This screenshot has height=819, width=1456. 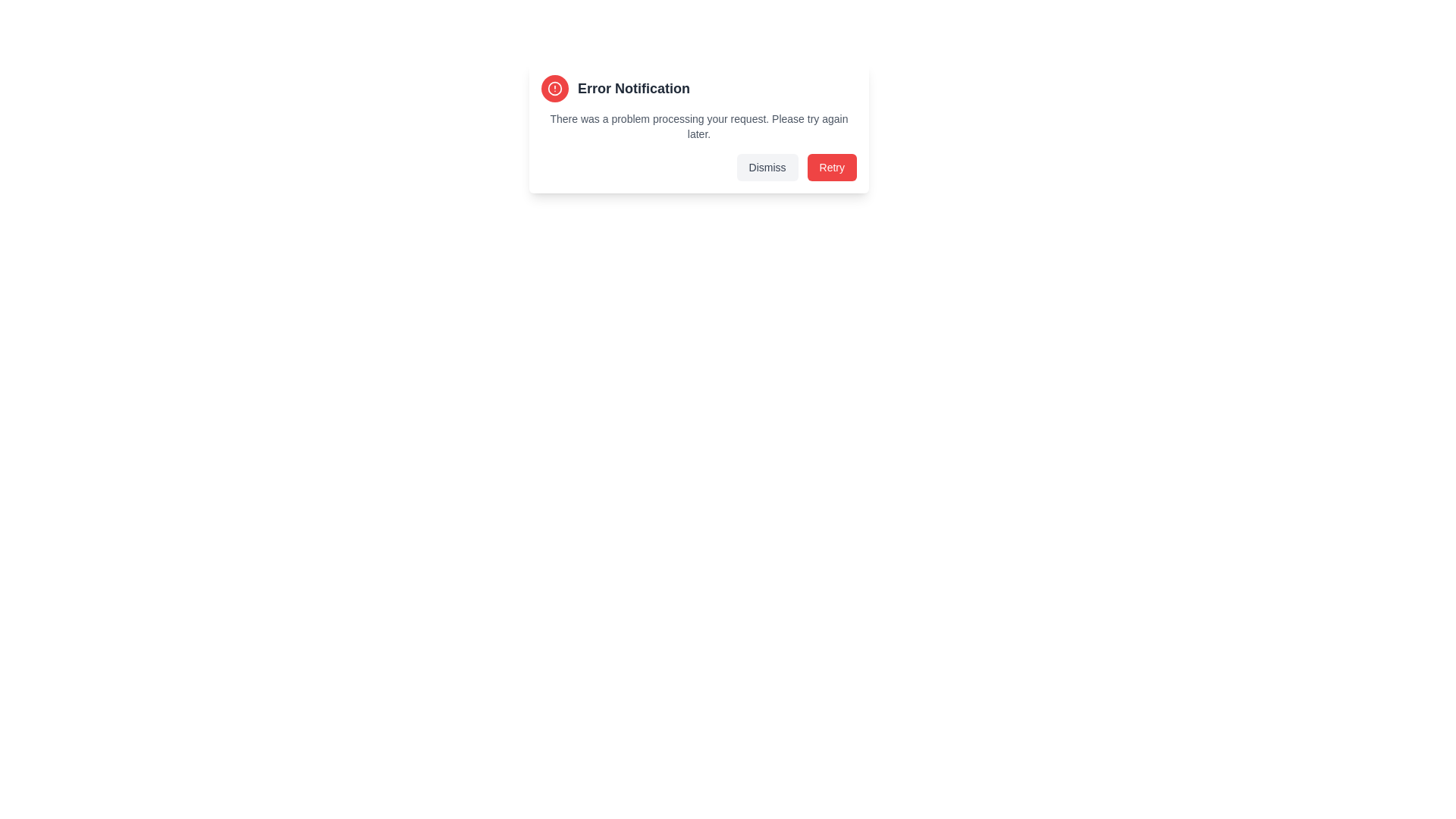 What do you see at coordinates (767, 167) in the screenshot?
I see `the 'Dismiss' button to observe its hover effect` at bounding box center [767, 167].